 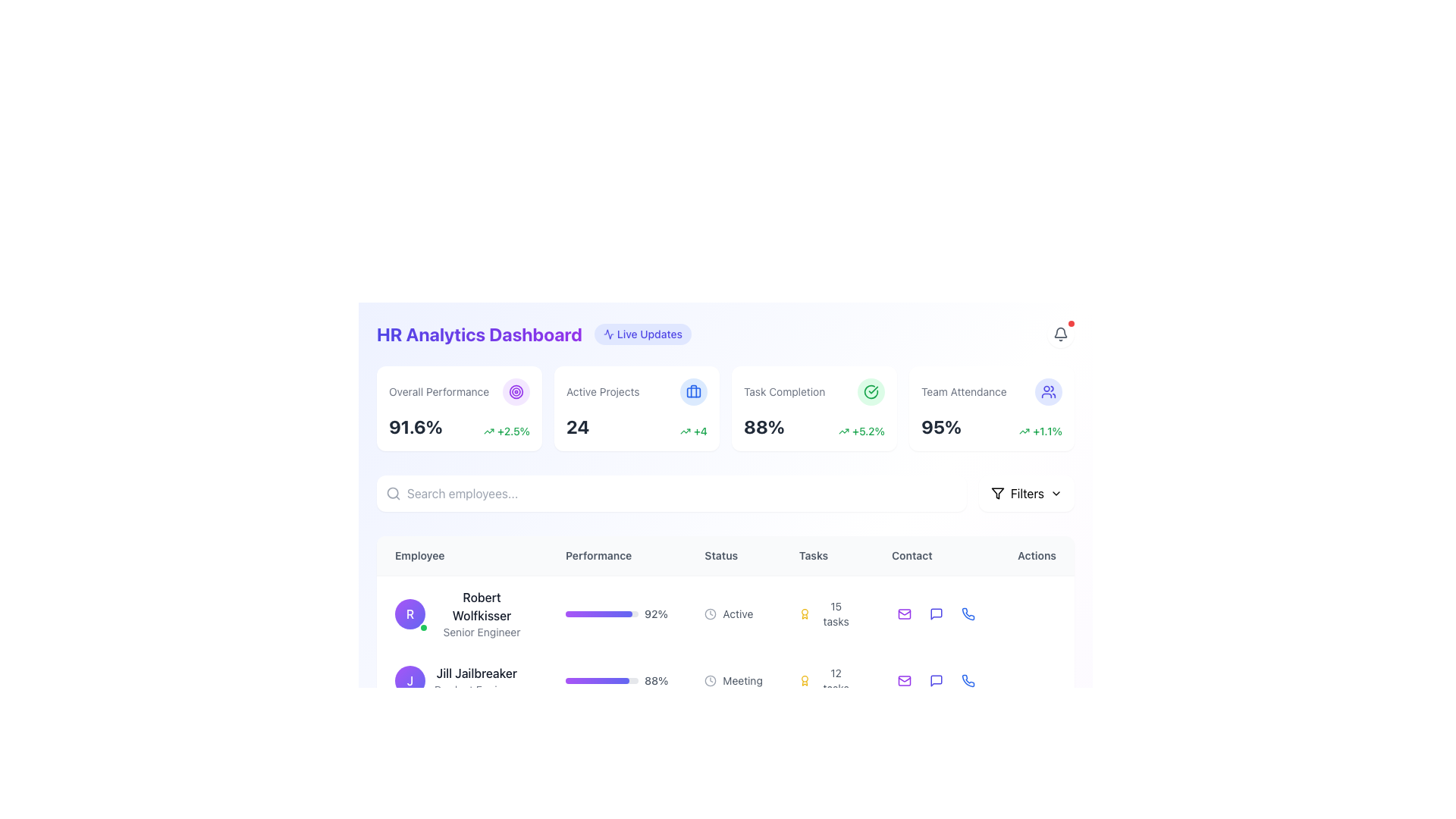 I want to click on the downward chevron icon located to the right of the 'Filters' label, so click(x=1055, y=494).